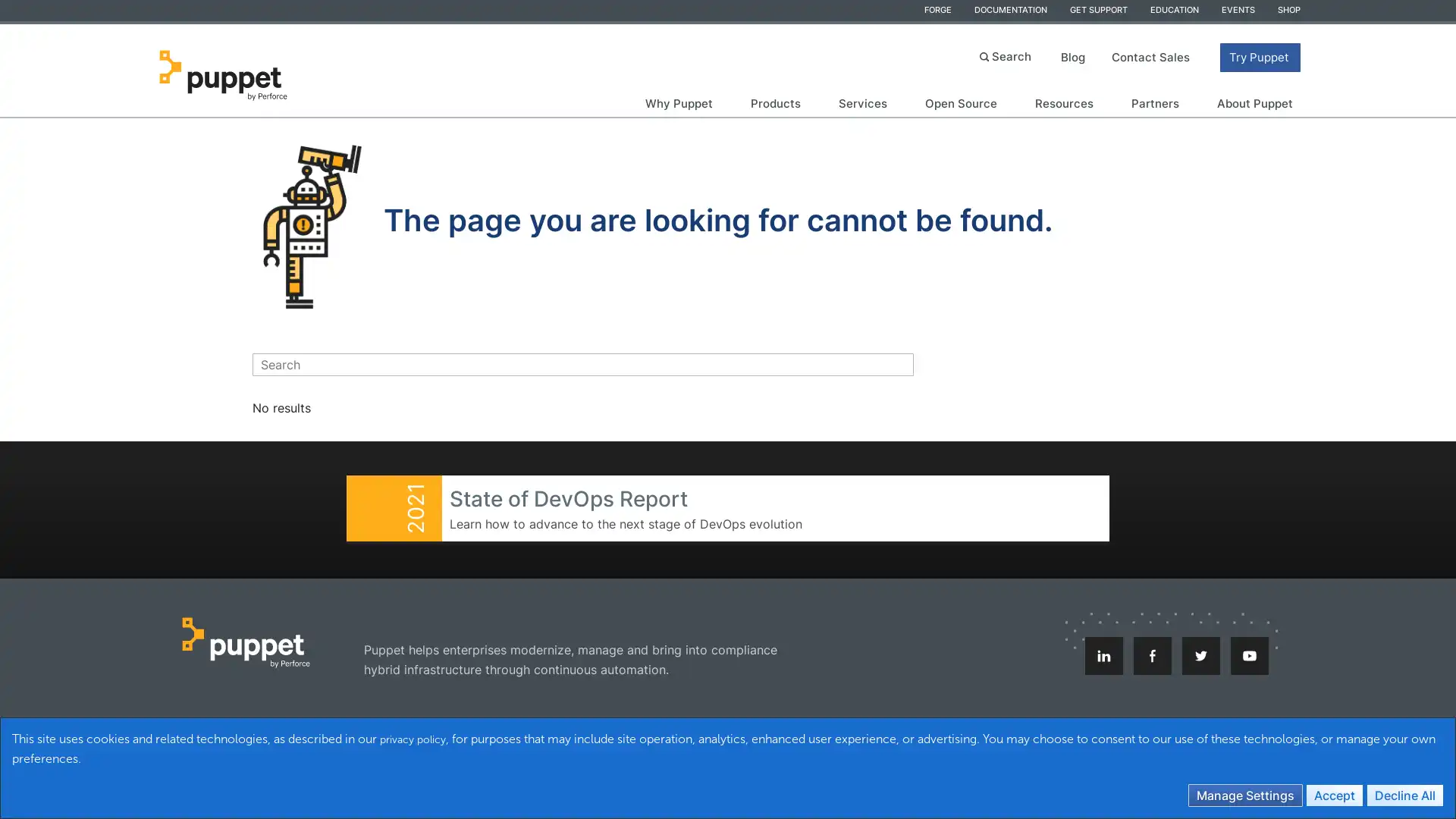  I want to click on Search, so click(1007, 55).